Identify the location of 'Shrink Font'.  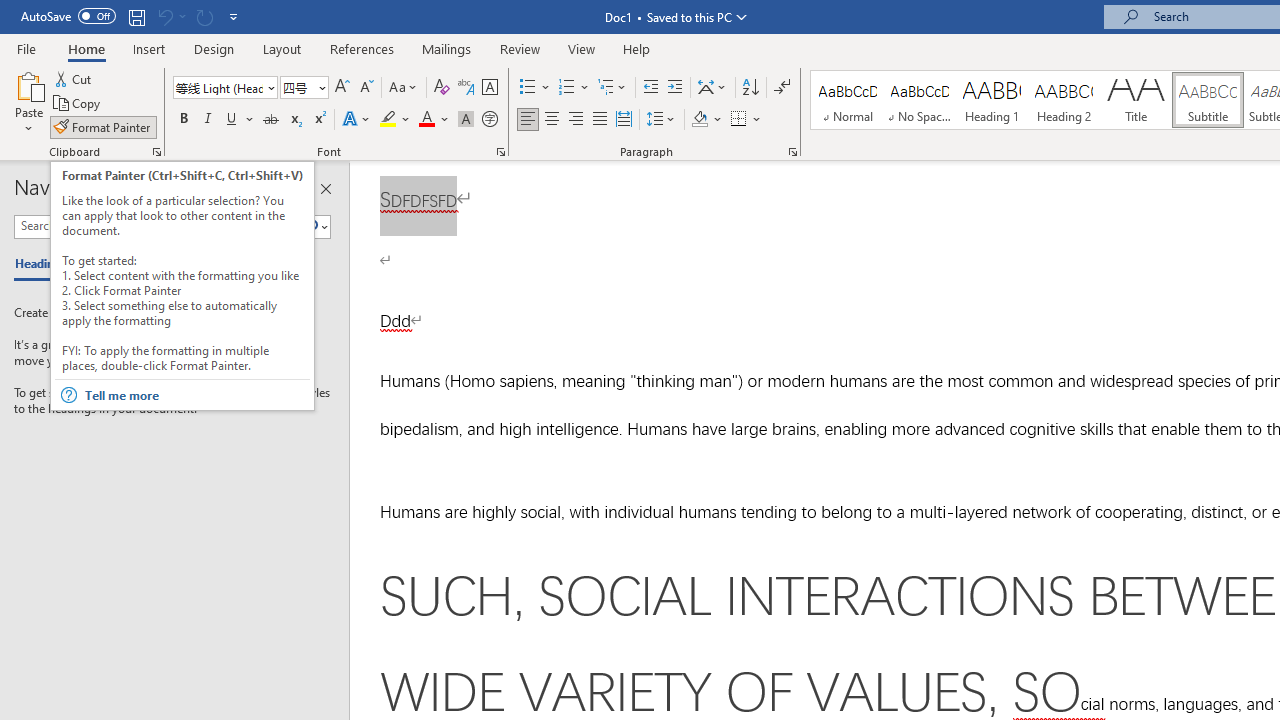
(366, 86).